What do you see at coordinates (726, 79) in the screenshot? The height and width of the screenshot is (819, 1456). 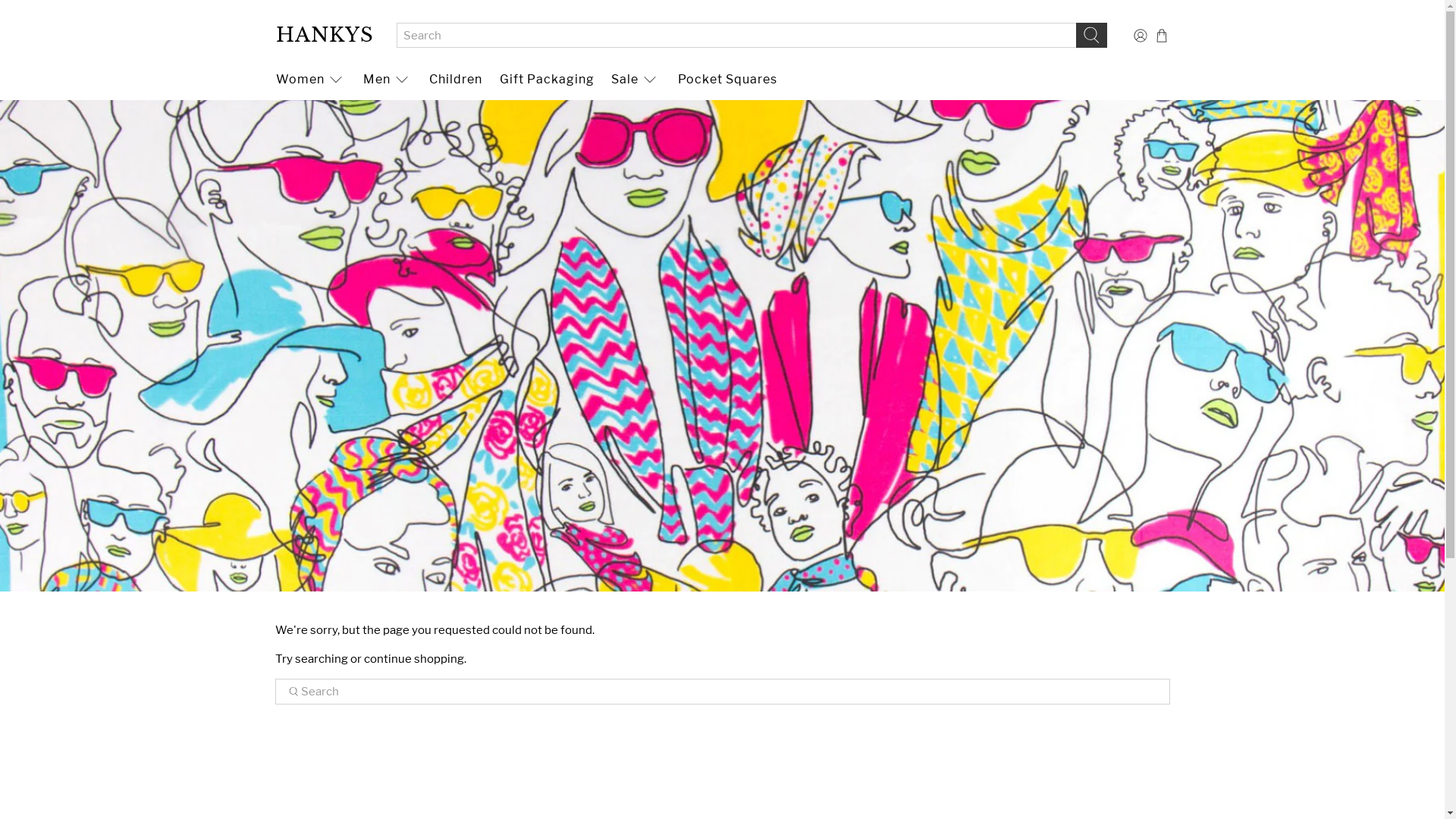 I see `'Pocket Squares'` at bounding box center [726, 79].